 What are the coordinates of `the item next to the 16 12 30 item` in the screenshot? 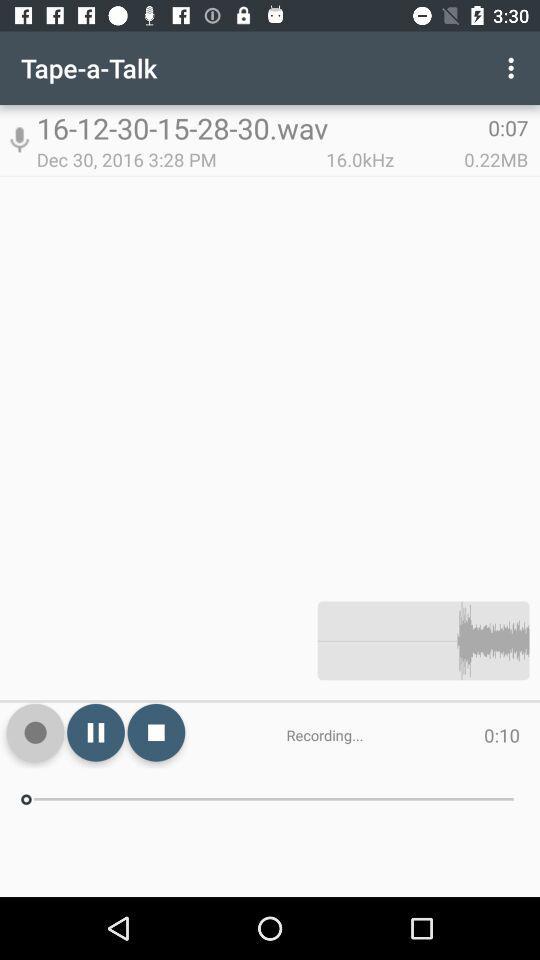 It's located at (513, 68).